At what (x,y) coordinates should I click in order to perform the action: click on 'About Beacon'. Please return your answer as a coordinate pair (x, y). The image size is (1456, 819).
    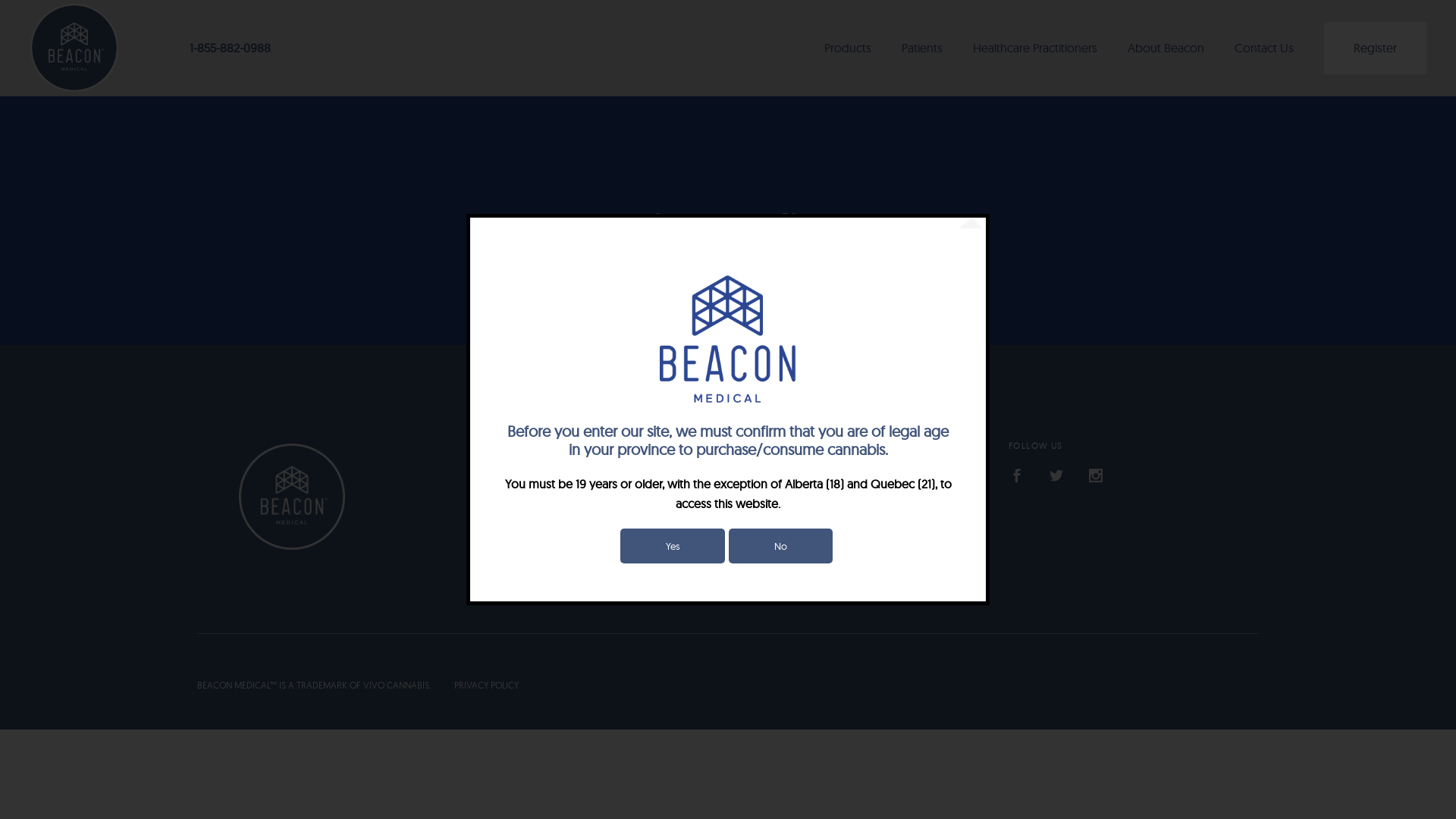
    Looking at the image, I should click on (1165, 47).